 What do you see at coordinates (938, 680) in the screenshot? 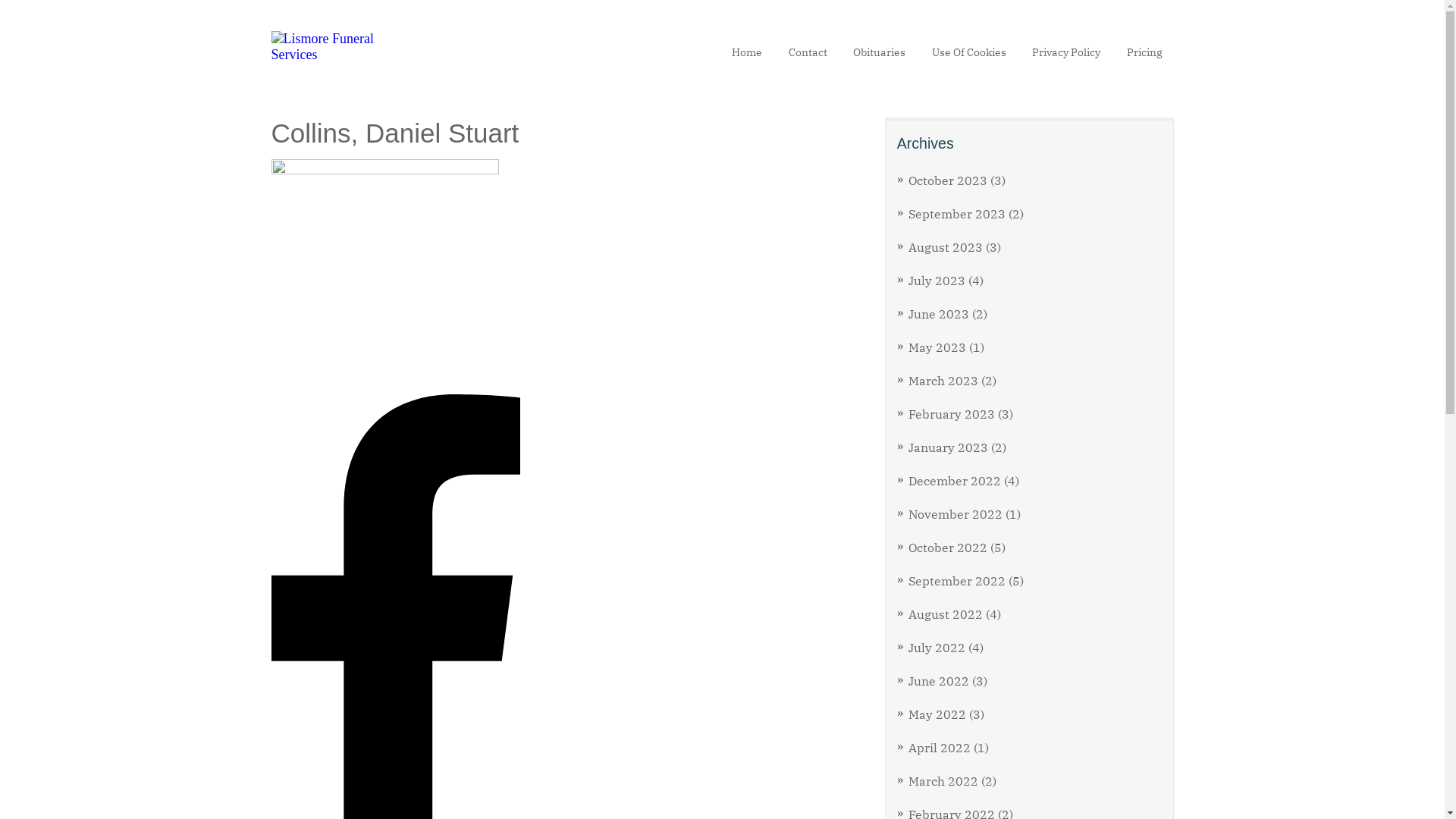
I see `'June 2022'` at bounding box center [938, 680].